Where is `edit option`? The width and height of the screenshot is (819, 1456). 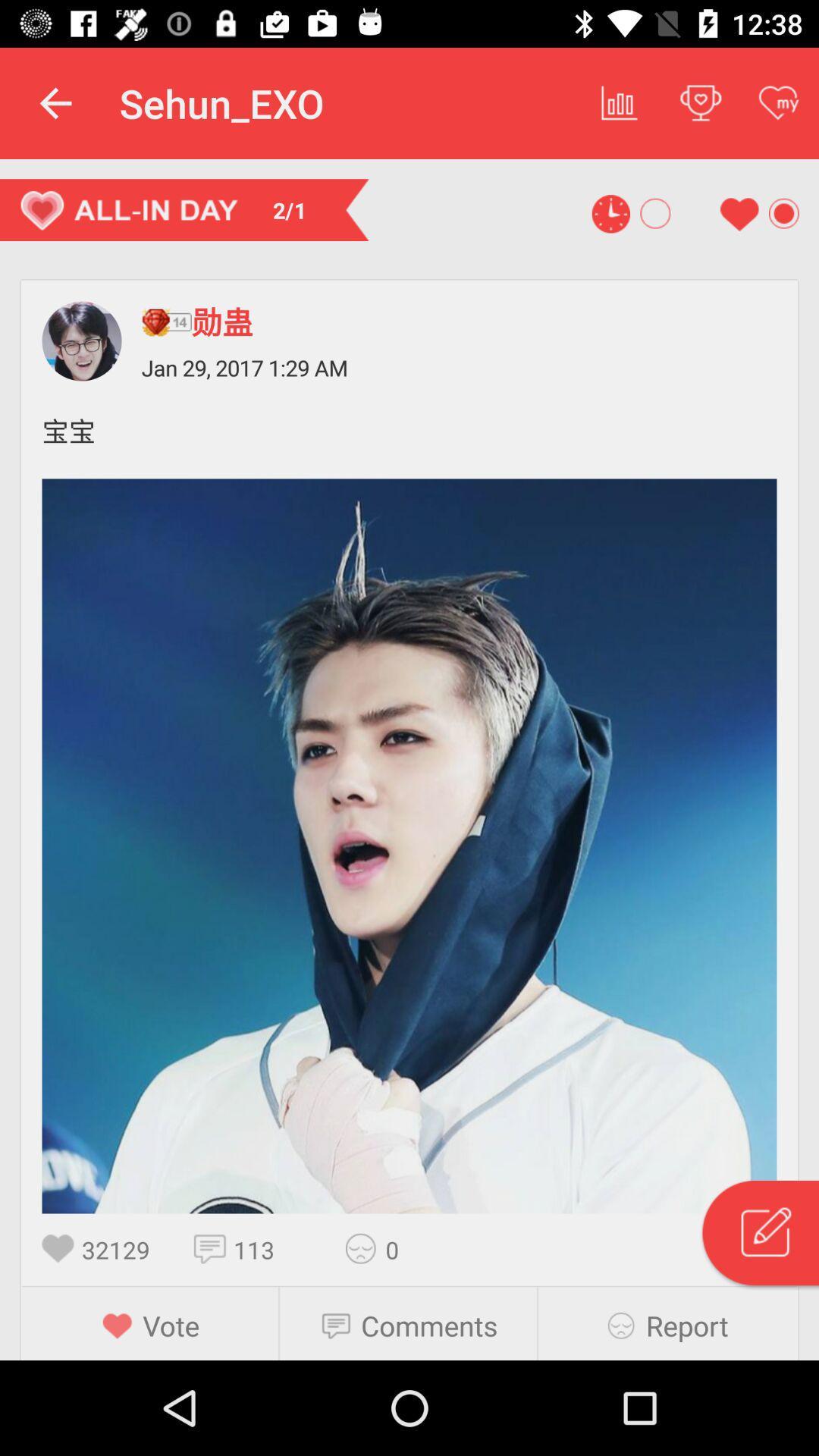
edit option is located at coordinates (759, 1235).